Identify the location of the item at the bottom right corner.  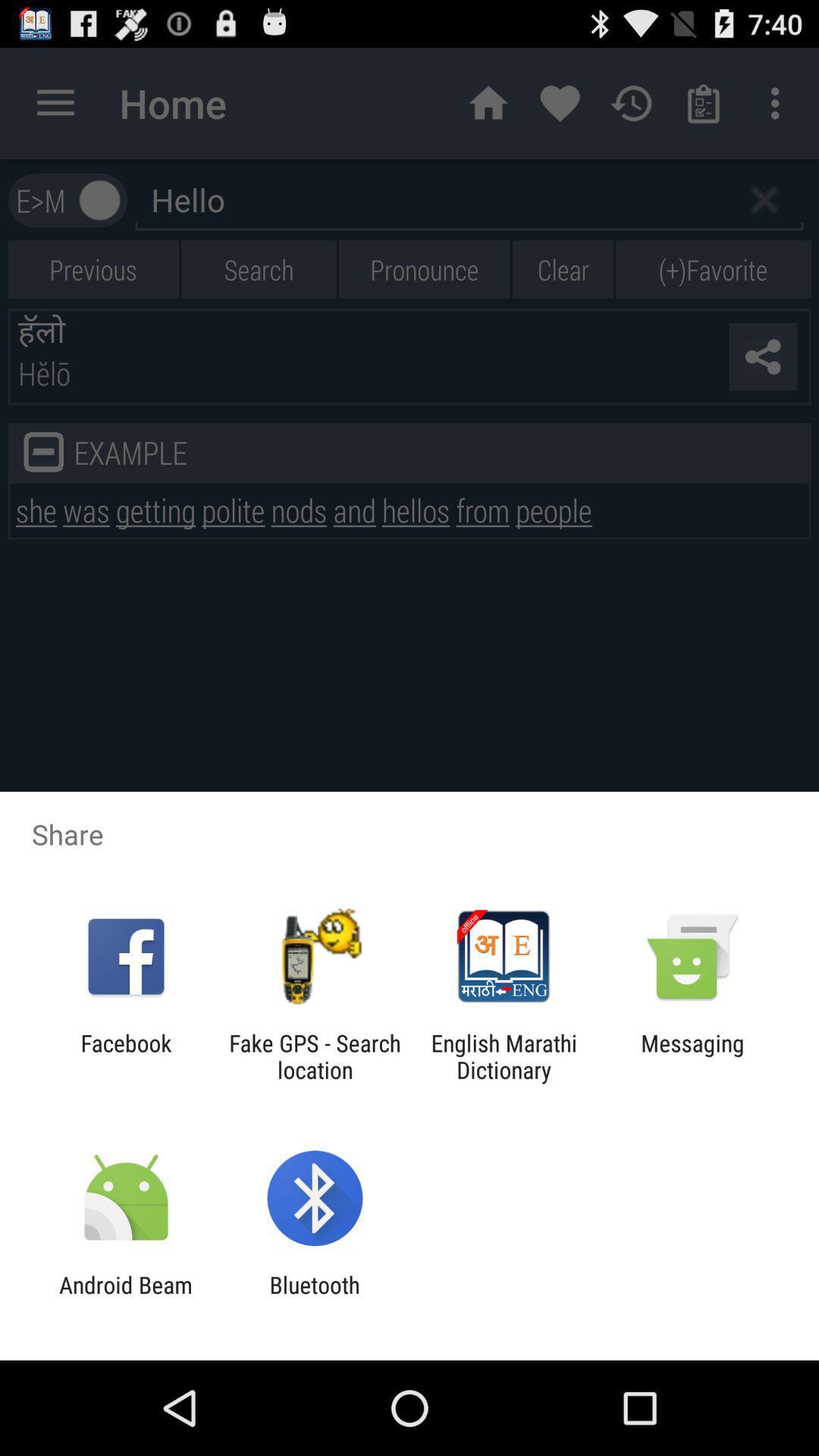
(692, 1056).